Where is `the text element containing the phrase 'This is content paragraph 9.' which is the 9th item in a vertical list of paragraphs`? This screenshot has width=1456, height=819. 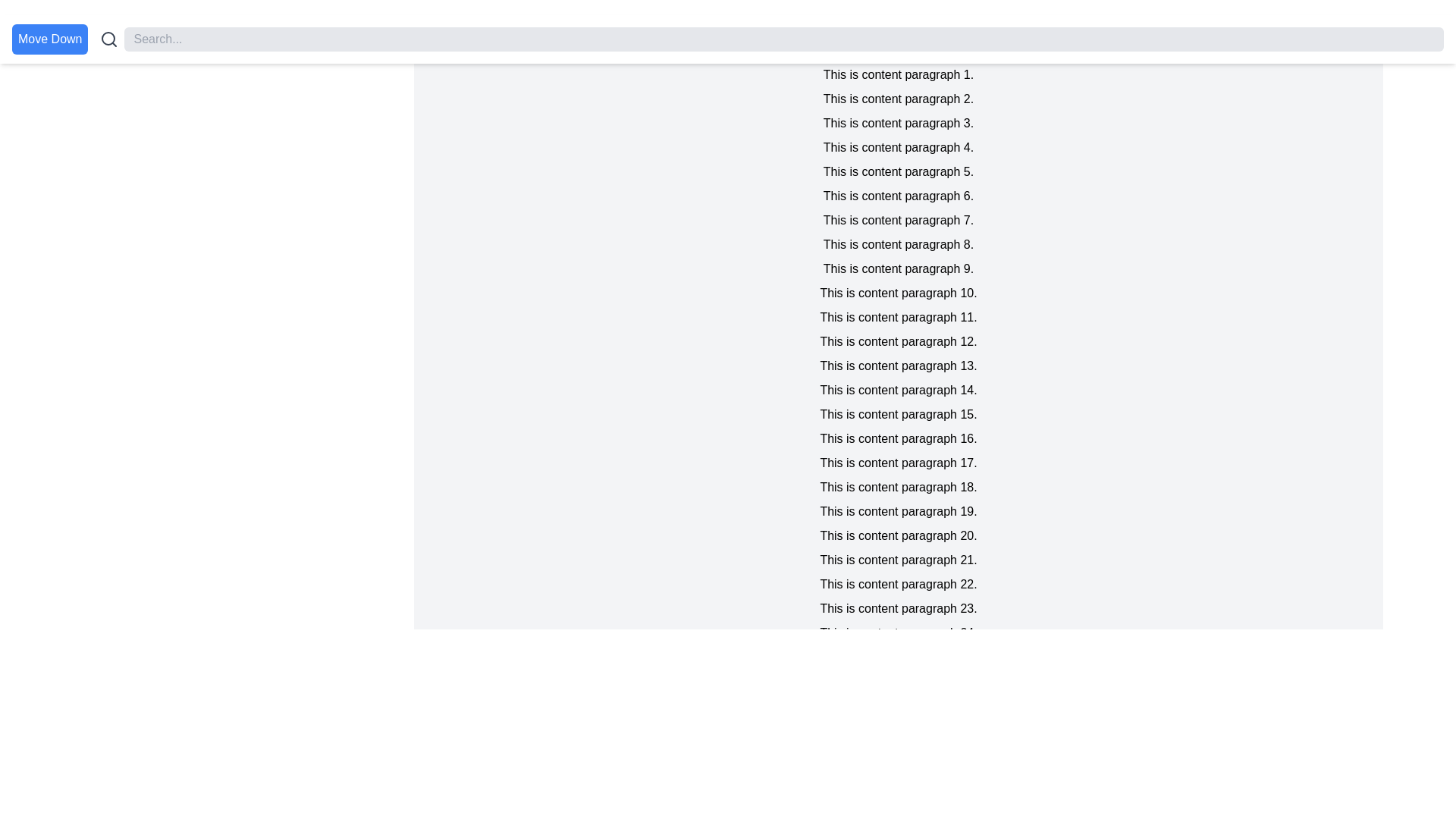
the text element containing the phrase 'This is content paragraph 9.' which is the 9th item in a vertical list of paragraphs is located at coordinates (899, 268).